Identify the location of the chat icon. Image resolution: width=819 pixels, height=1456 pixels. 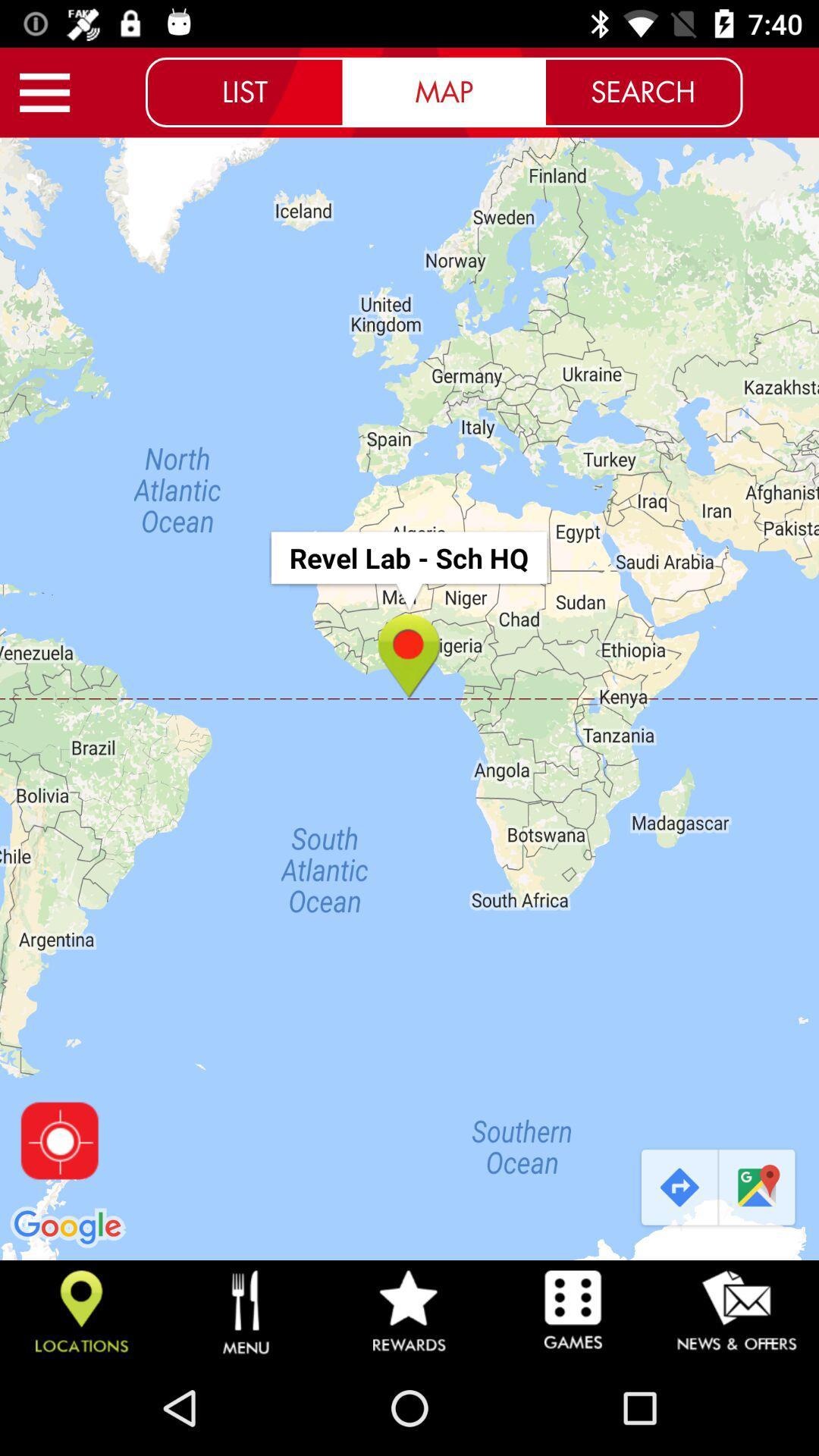
(758, 1188).